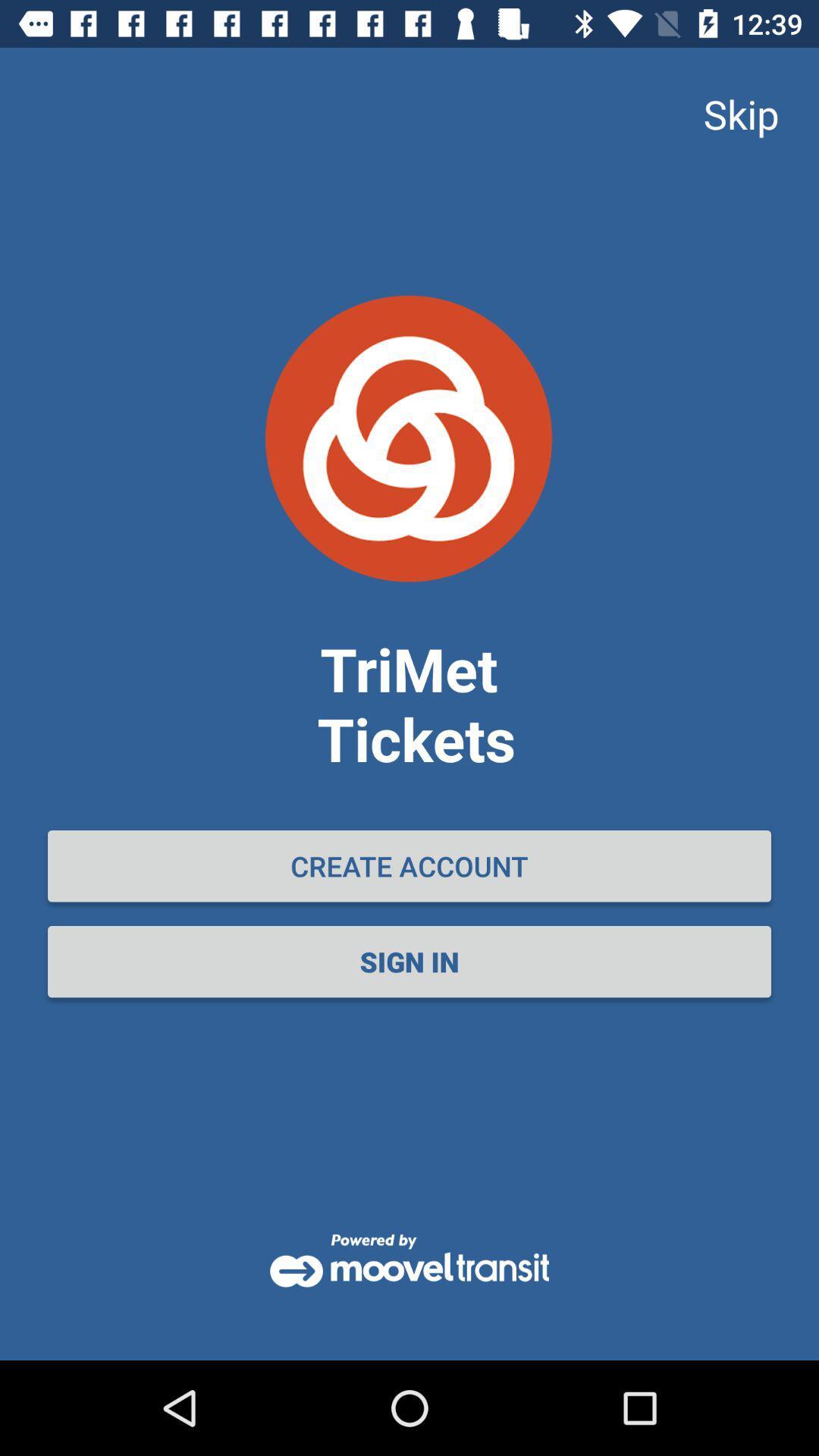  I want to click on item at the top right corner, so click(740, 113).